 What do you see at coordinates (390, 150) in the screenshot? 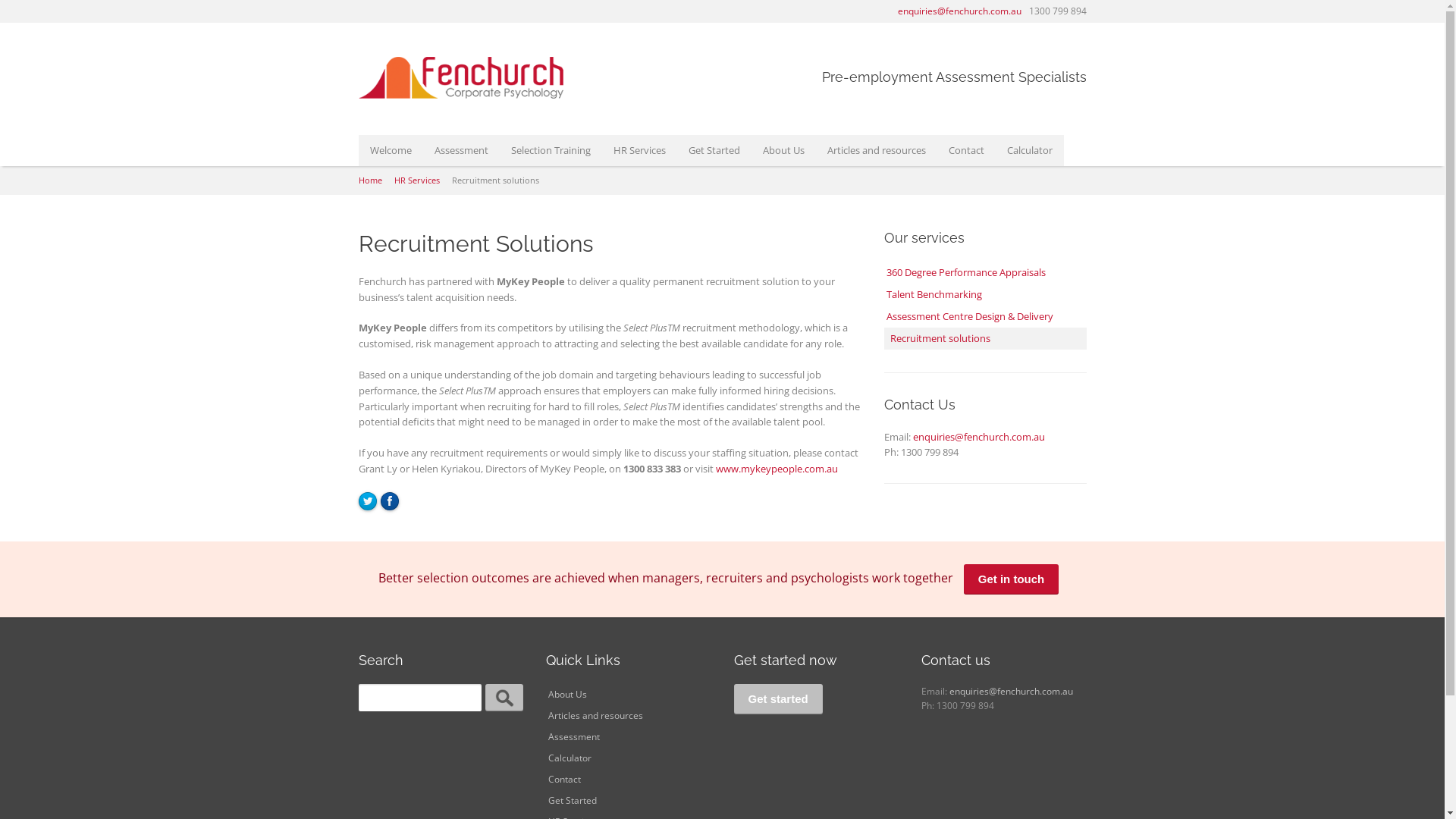
I see `'Welcome'` at bounding box center [390, 150].